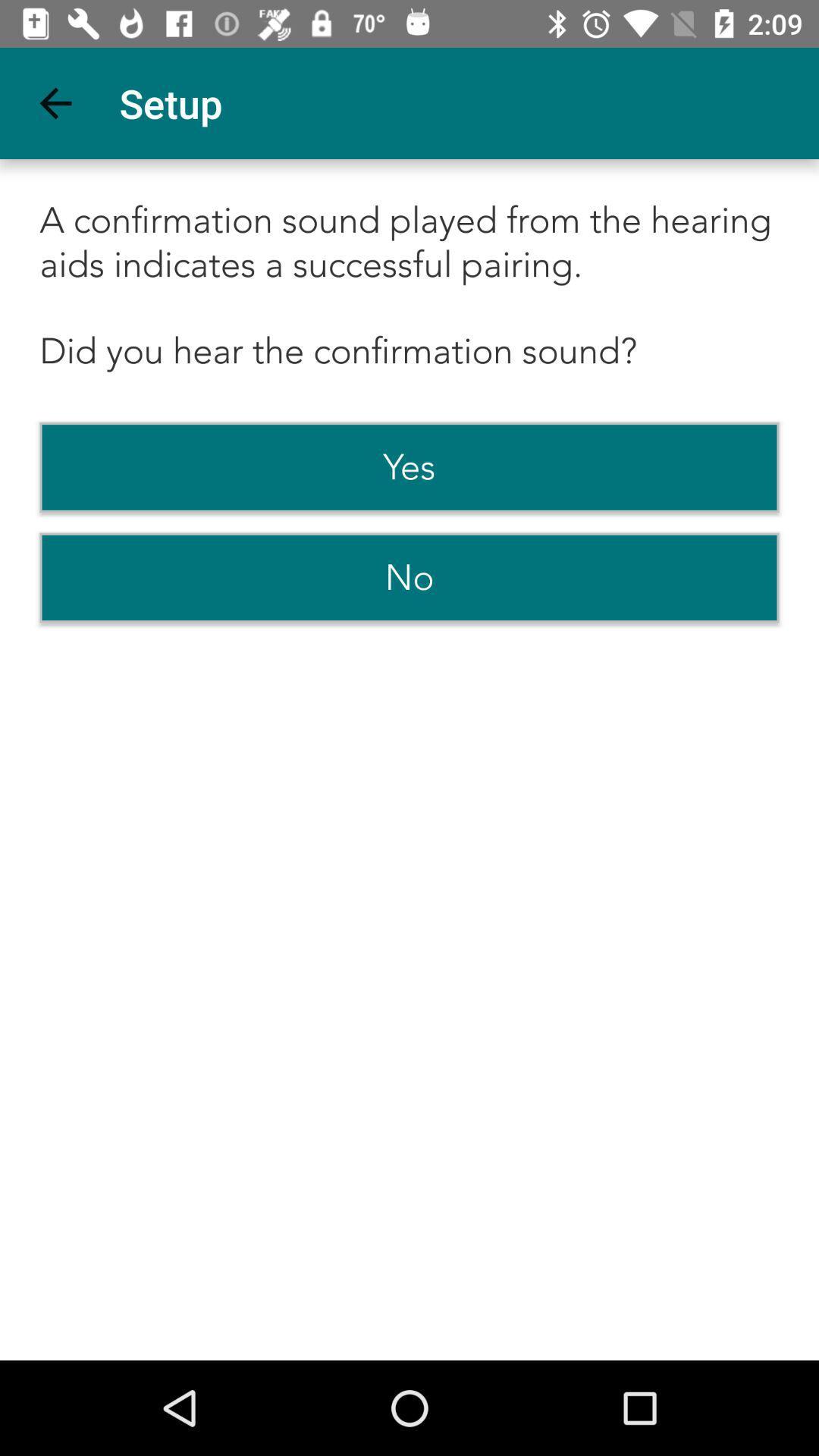 The image size is (819, 1456). What do you see at coordinates (409, 466) in the screenshot?
I see `the item below a confirmation sound` at bounding box center [409, 466].